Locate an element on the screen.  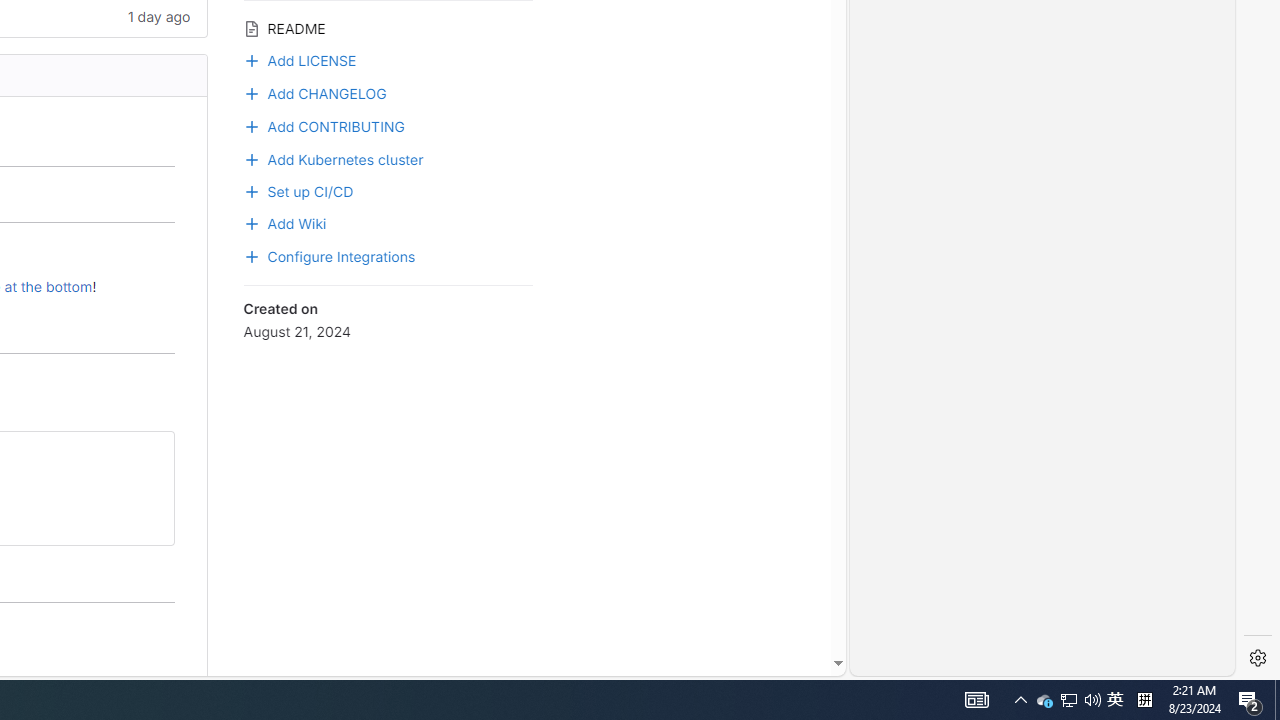
'Configure Integrations' is located at coordinates (329, 254).